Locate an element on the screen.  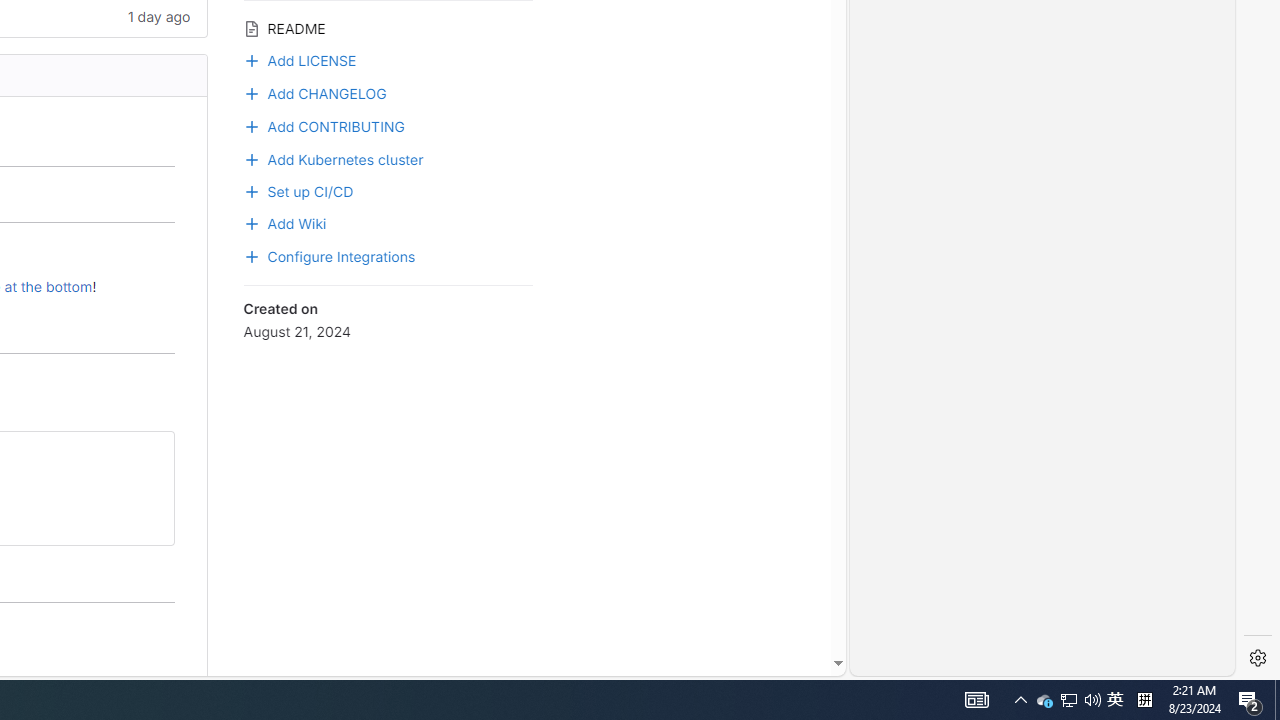
'Configure Integrations' is located at coordinates (329, 254).